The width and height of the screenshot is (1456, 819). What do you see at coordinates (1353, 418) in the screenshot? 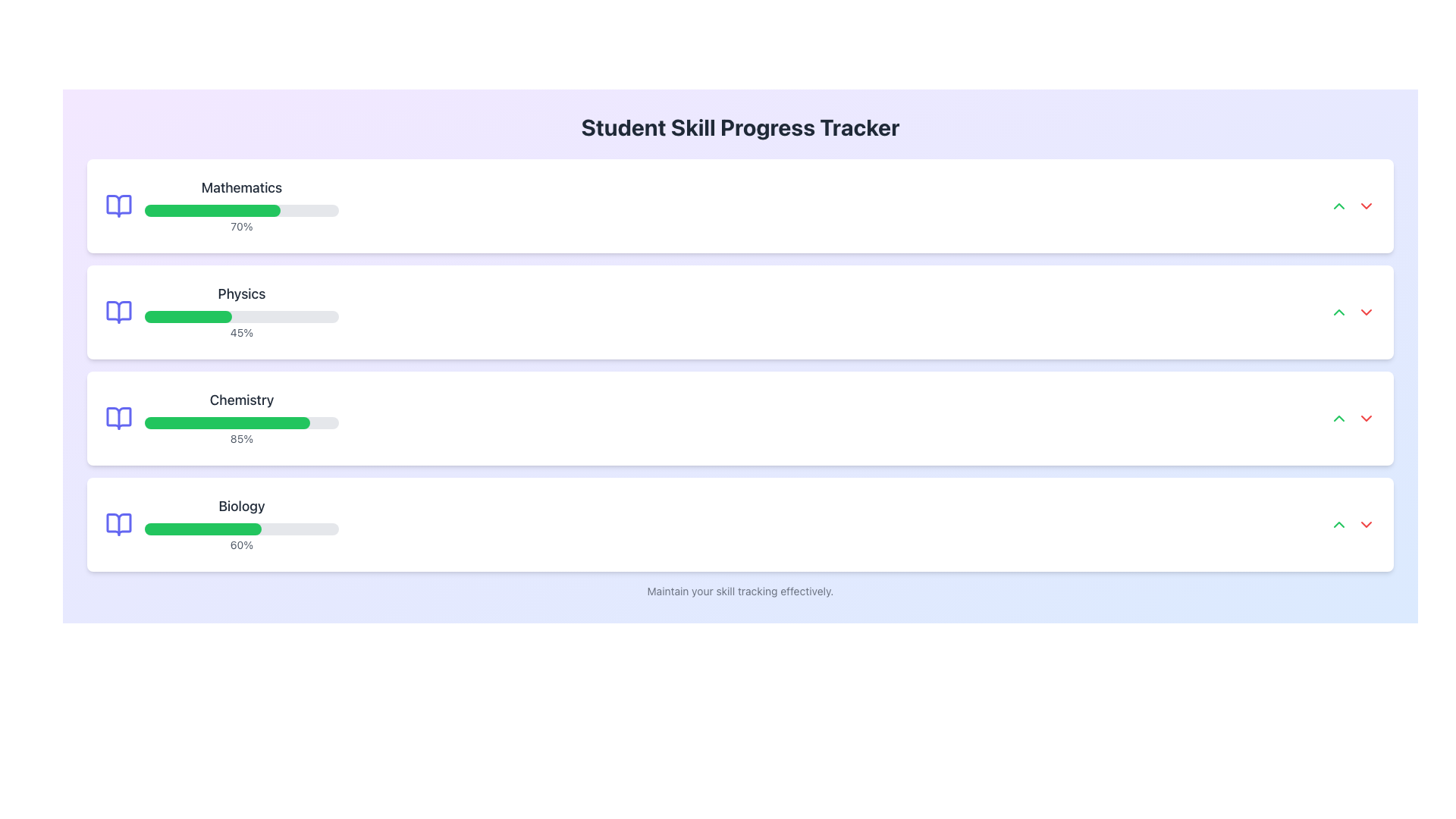
I see `the green upward arrow icon within the Chemistry section to increase or navigate upwards` at bounding box center [1353, 418].